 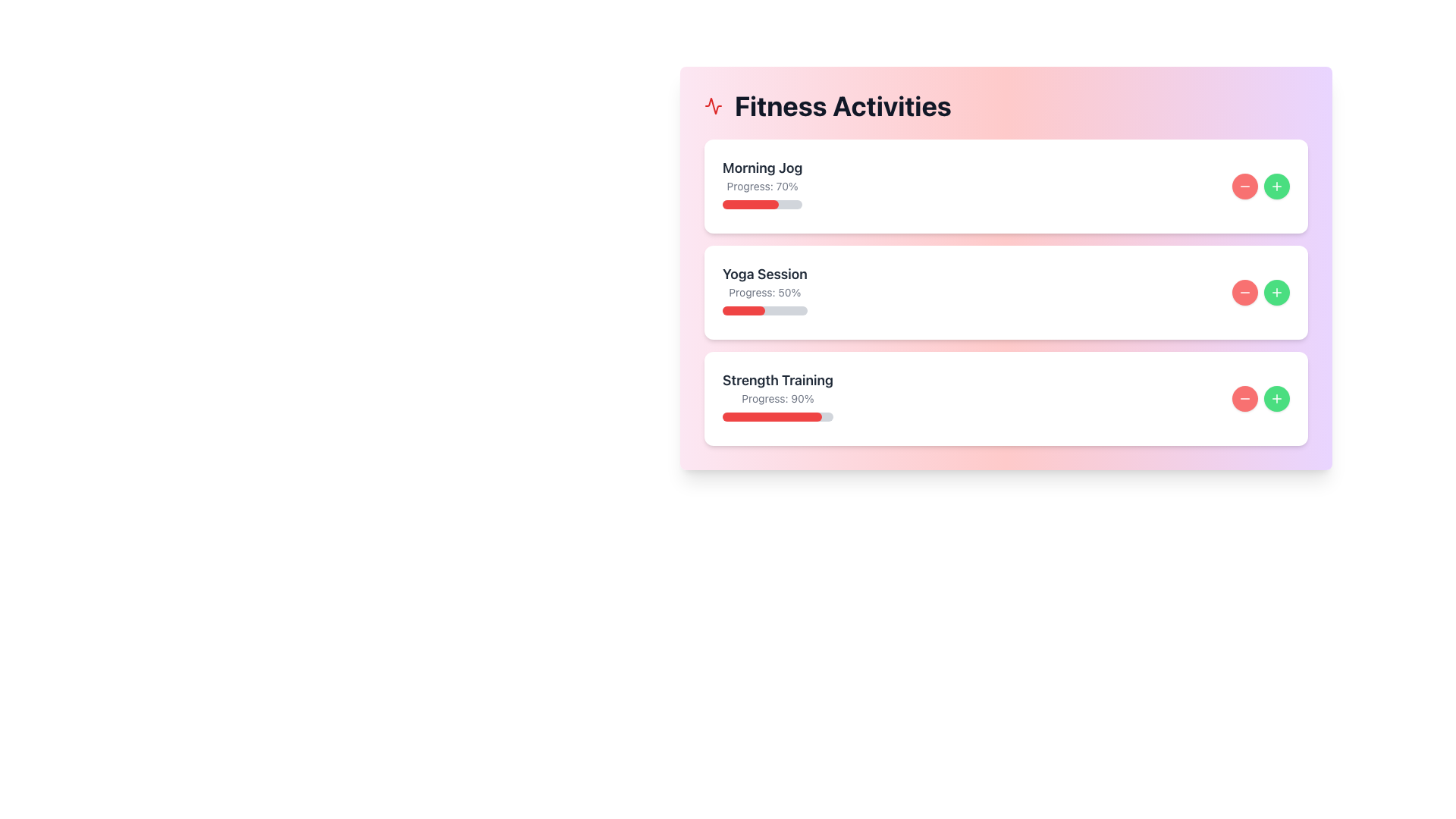 I want to click on the text label displaying 'Progress: 90%' which is located beneath the main title 'Strength Training' and aligned to its left, so click(x=777, y=397).